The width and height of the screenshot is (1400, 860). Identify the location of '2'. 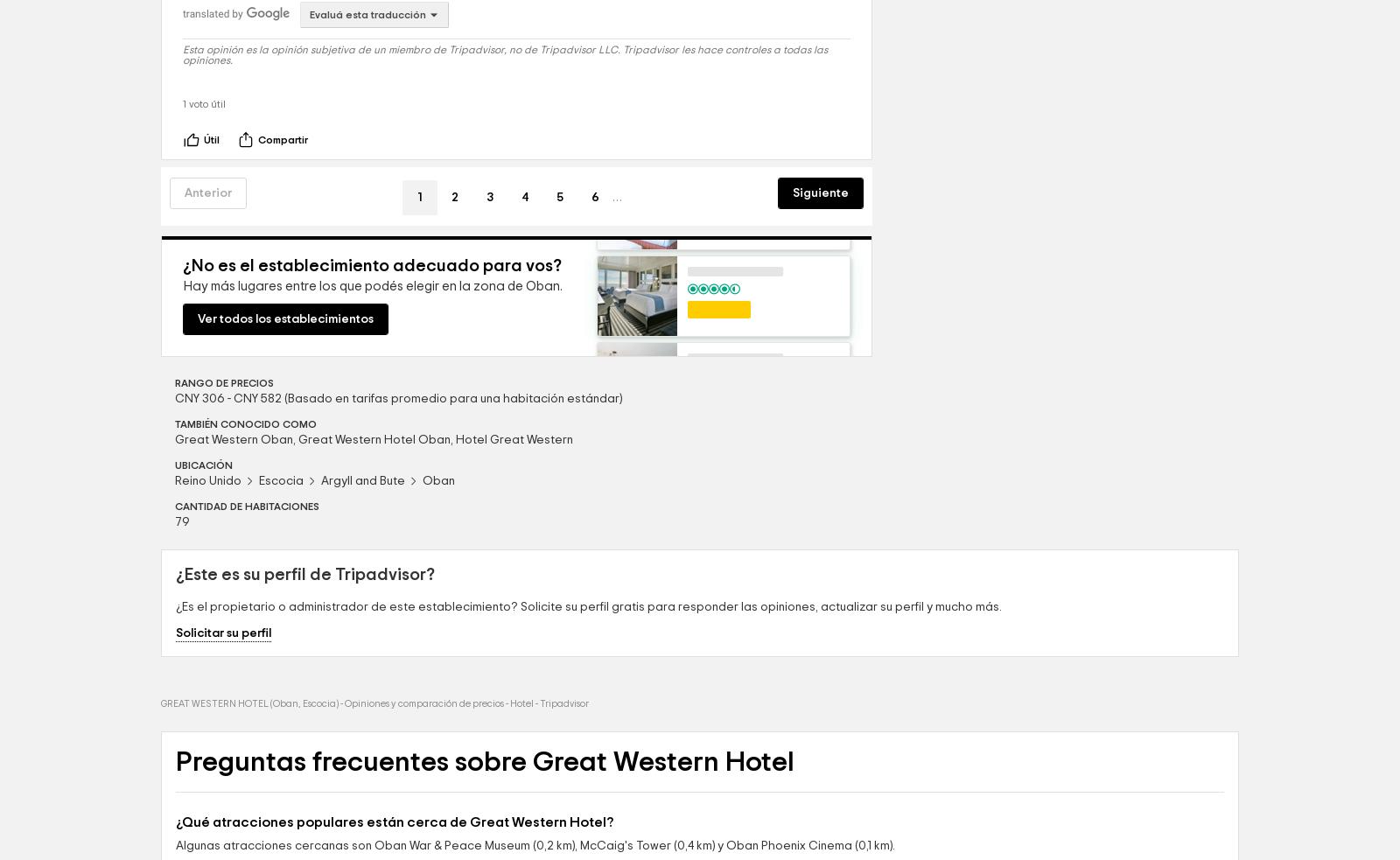
(454, 318).